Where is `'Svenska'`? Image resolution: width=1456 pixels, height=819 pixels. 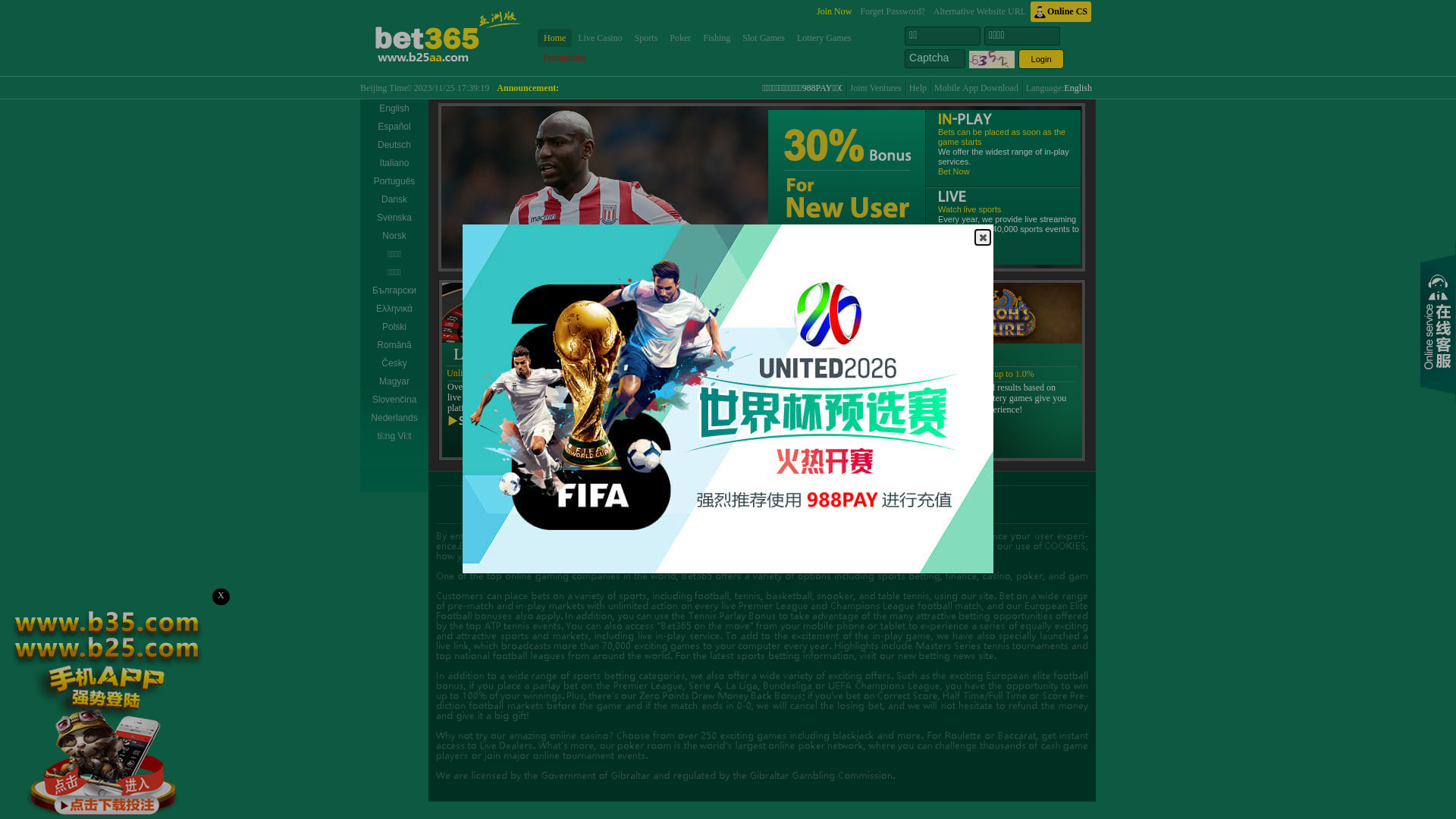
'Svenska' is located at coordinates (359, 217).